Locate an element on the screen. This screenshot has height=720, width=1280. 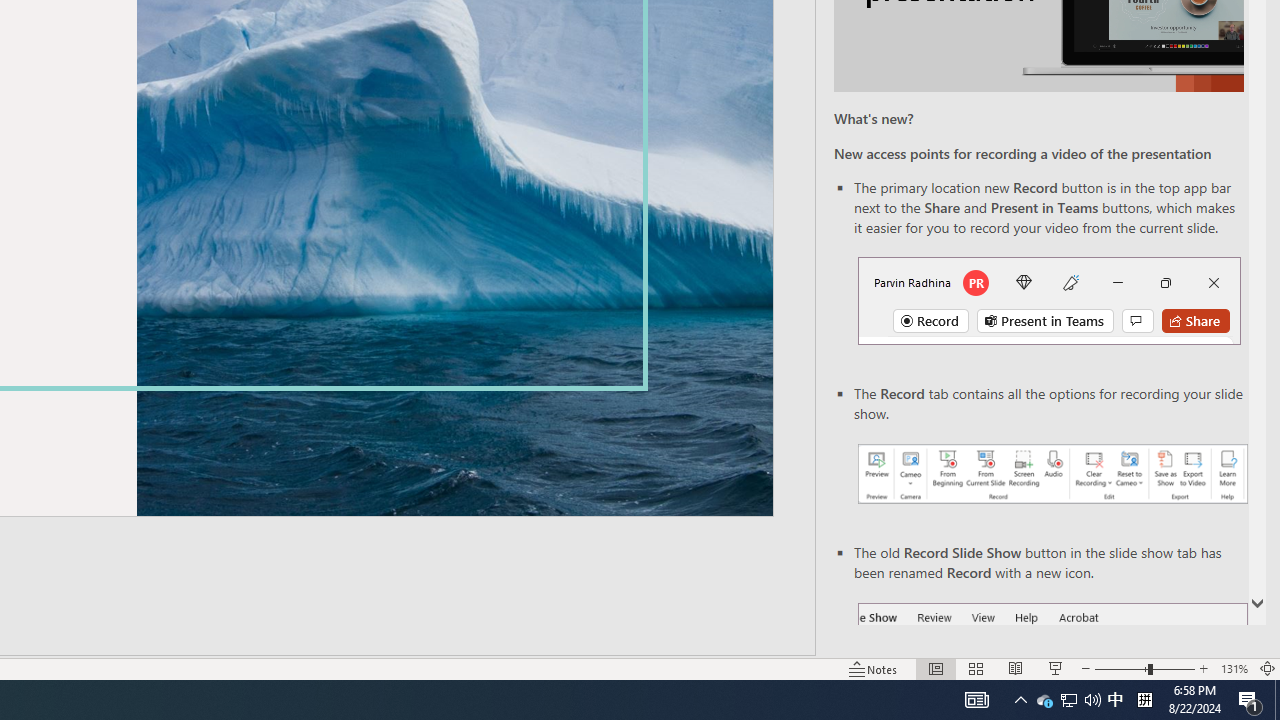
'Slide Sorter' is located at coordinates (976, 669).